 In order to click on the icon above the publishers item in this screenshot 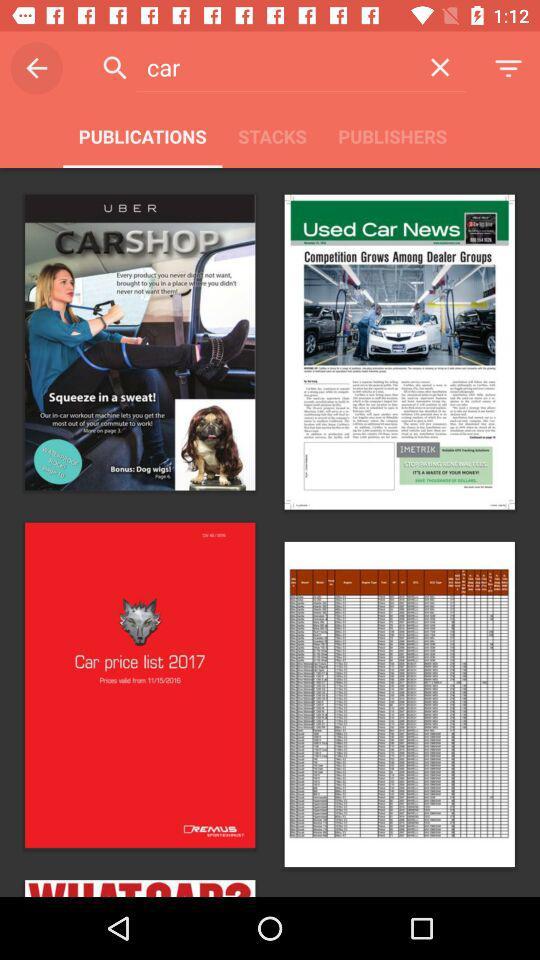, I will do `click(440, 67)`.